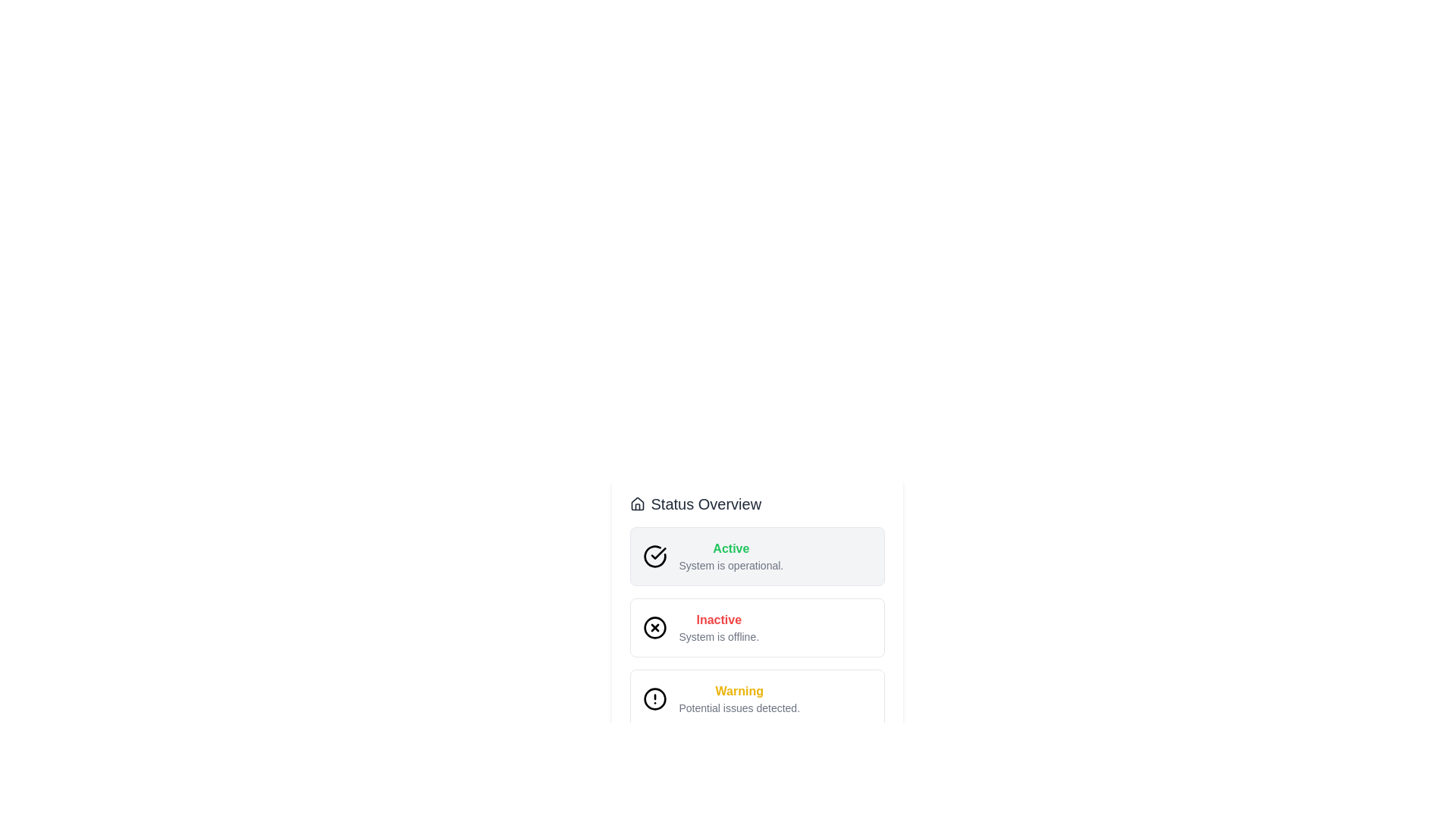 The width and height of the screenshot is (1456, 819). What do you see at coordinates (654, 556) in the screenshot?
I see `circular arc graphic representing the 'Active' status in the 'Status Overview' interface` at bounding box center [654, 556].